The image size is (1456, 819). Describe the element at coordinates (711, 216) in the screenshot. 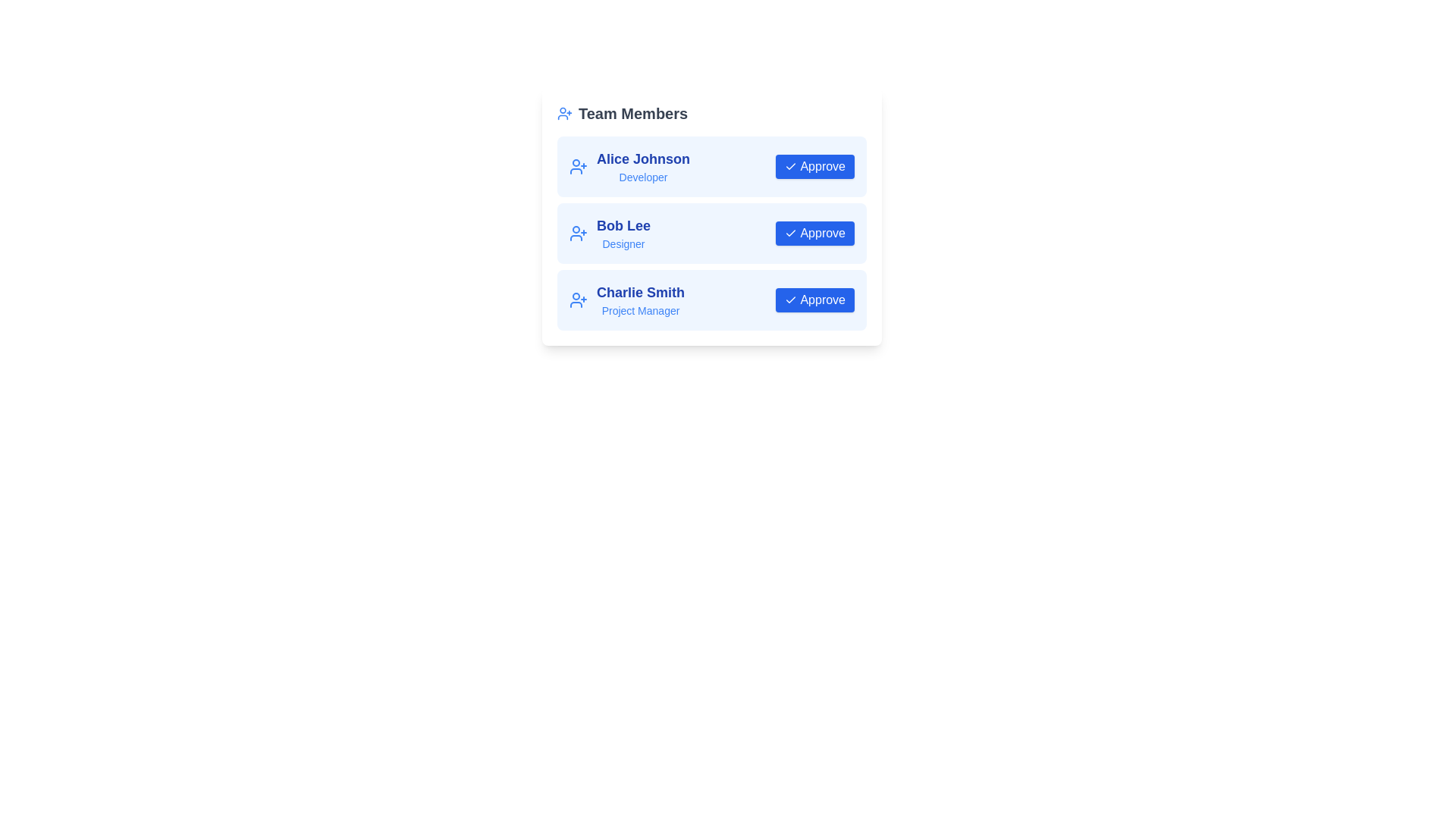

I see `textual content of the second team member entry in the list, which includes their name and role, located at the center of the page` at that location.